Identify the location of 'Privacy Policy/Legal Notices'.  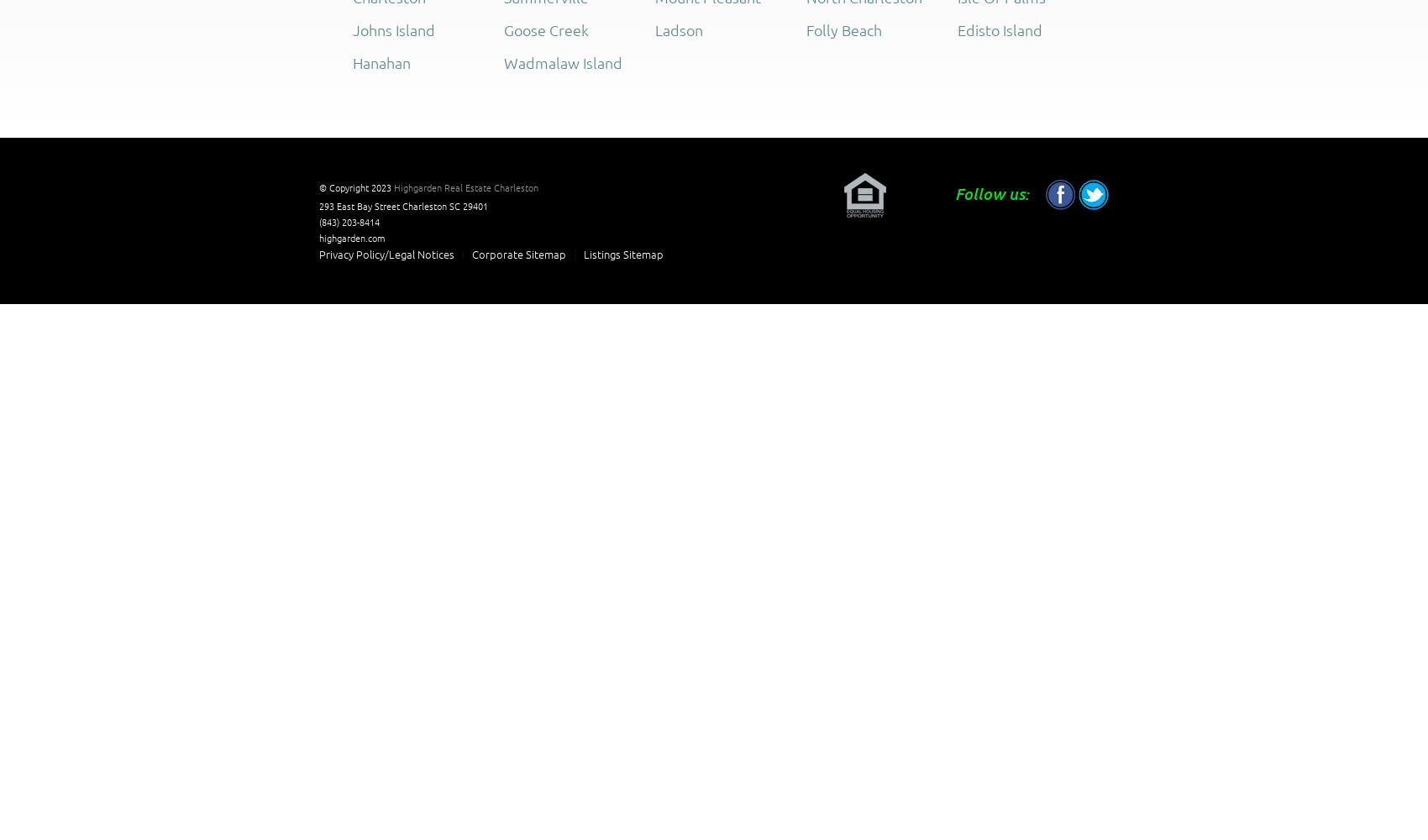
(318, 254).